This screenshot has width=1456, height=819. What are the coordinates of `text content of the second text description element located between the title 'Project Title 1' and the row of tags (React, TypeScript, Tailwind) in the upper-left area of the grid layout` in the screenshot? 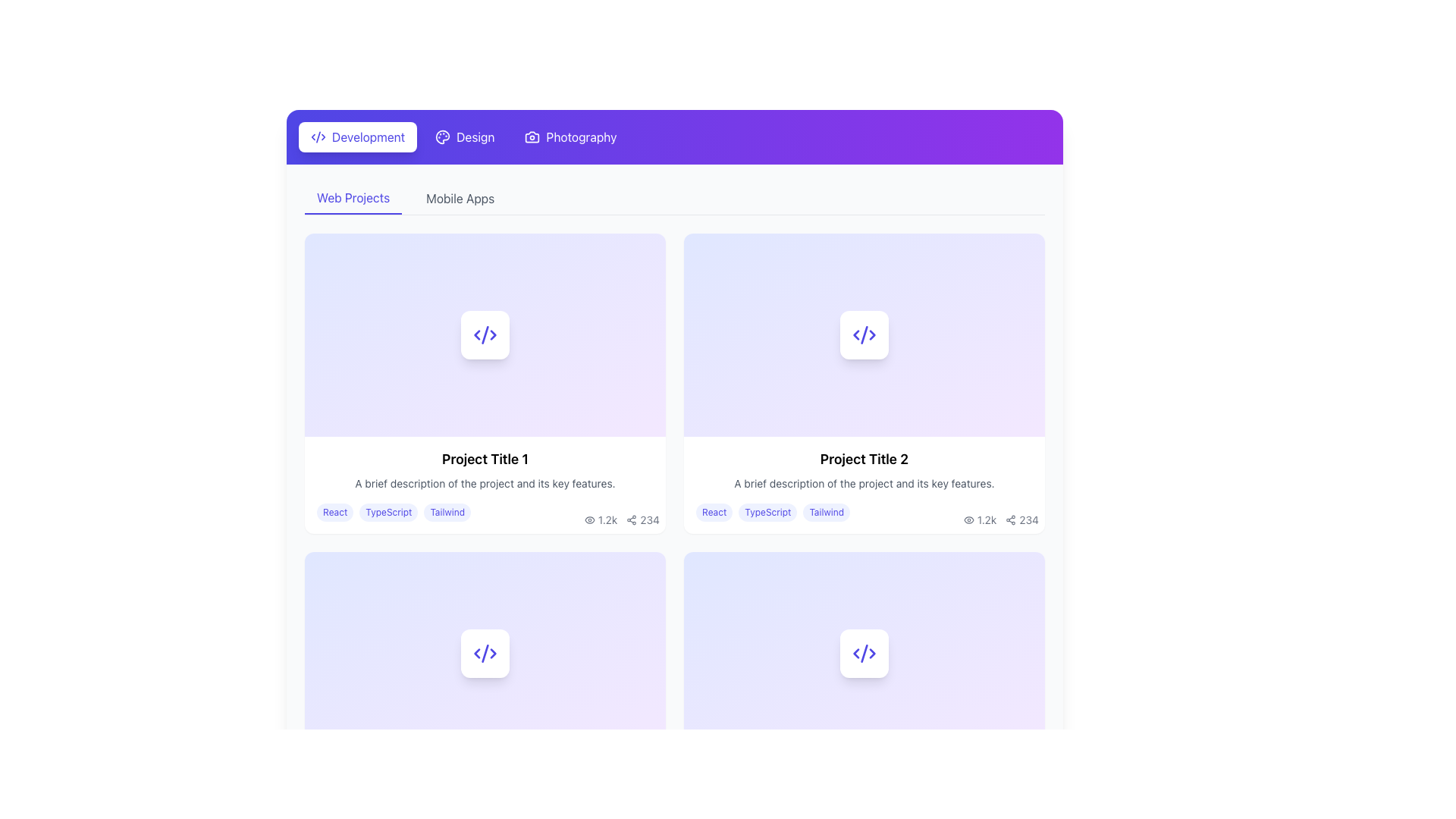 It's located at (484, 483).